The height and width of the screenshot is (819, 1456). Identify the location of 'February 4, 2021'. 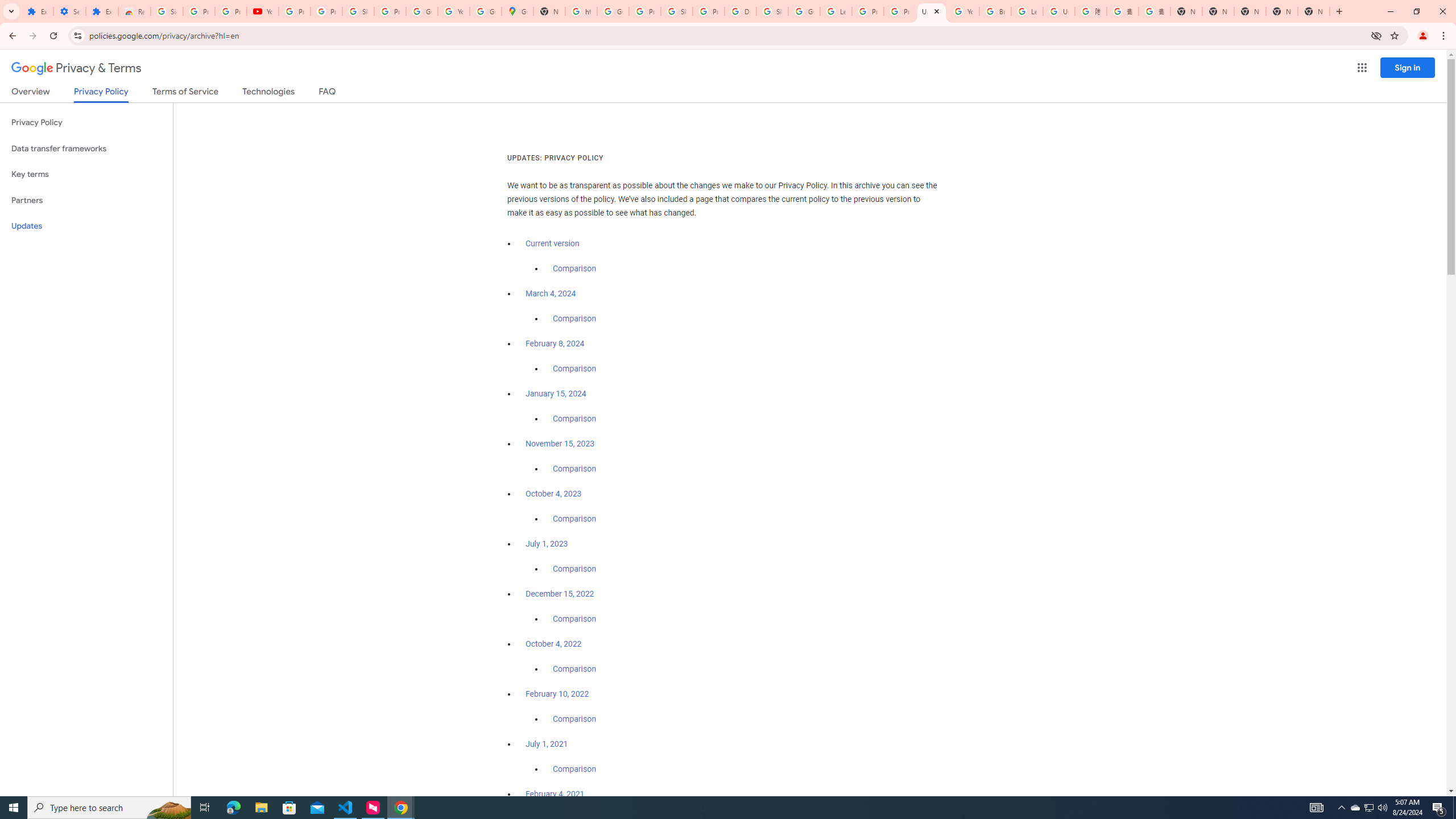
(555, 793).